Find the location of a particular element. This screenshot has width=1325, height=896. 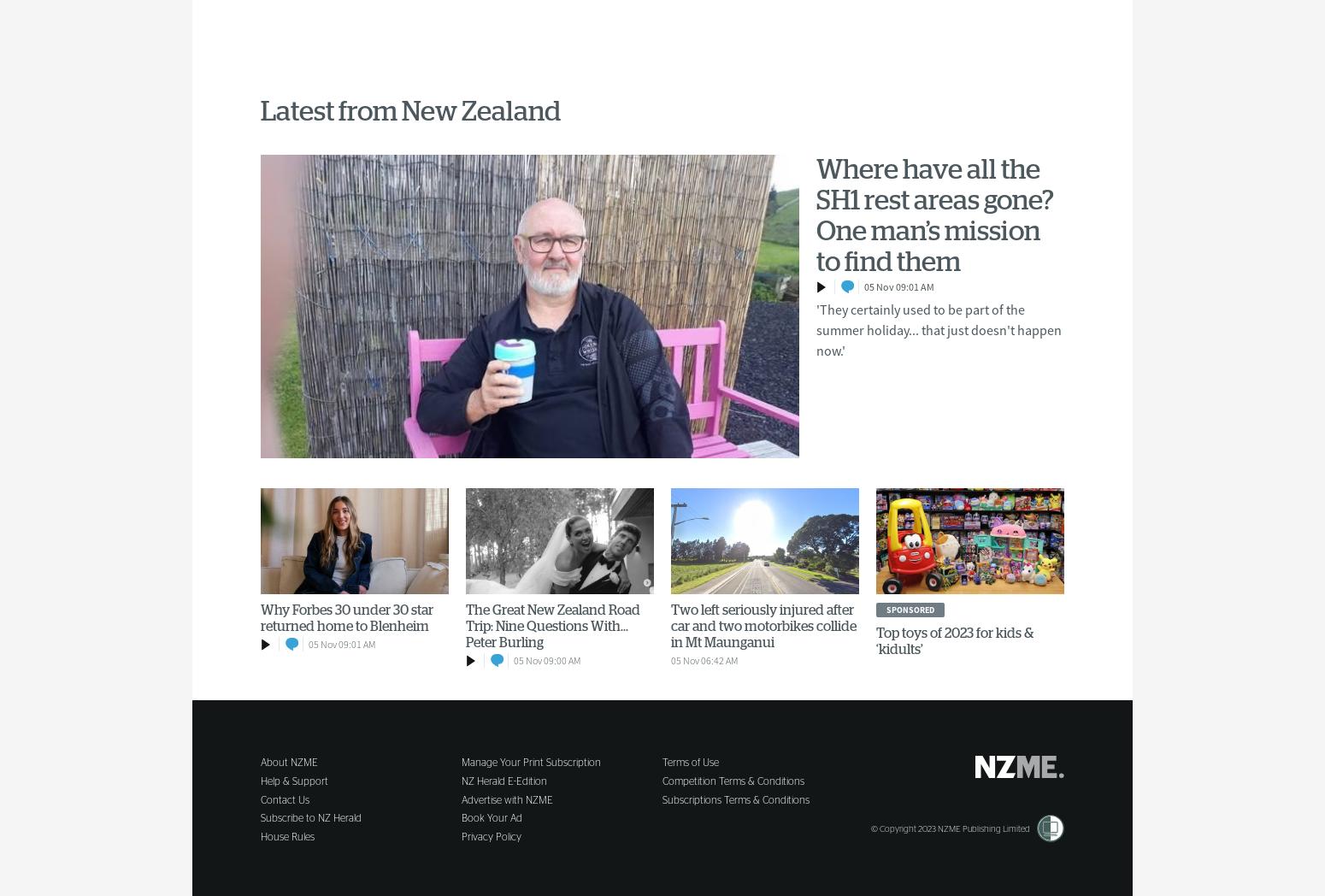

'Subscriptions Terms & Conditions' is located at coordinates (736, 799).